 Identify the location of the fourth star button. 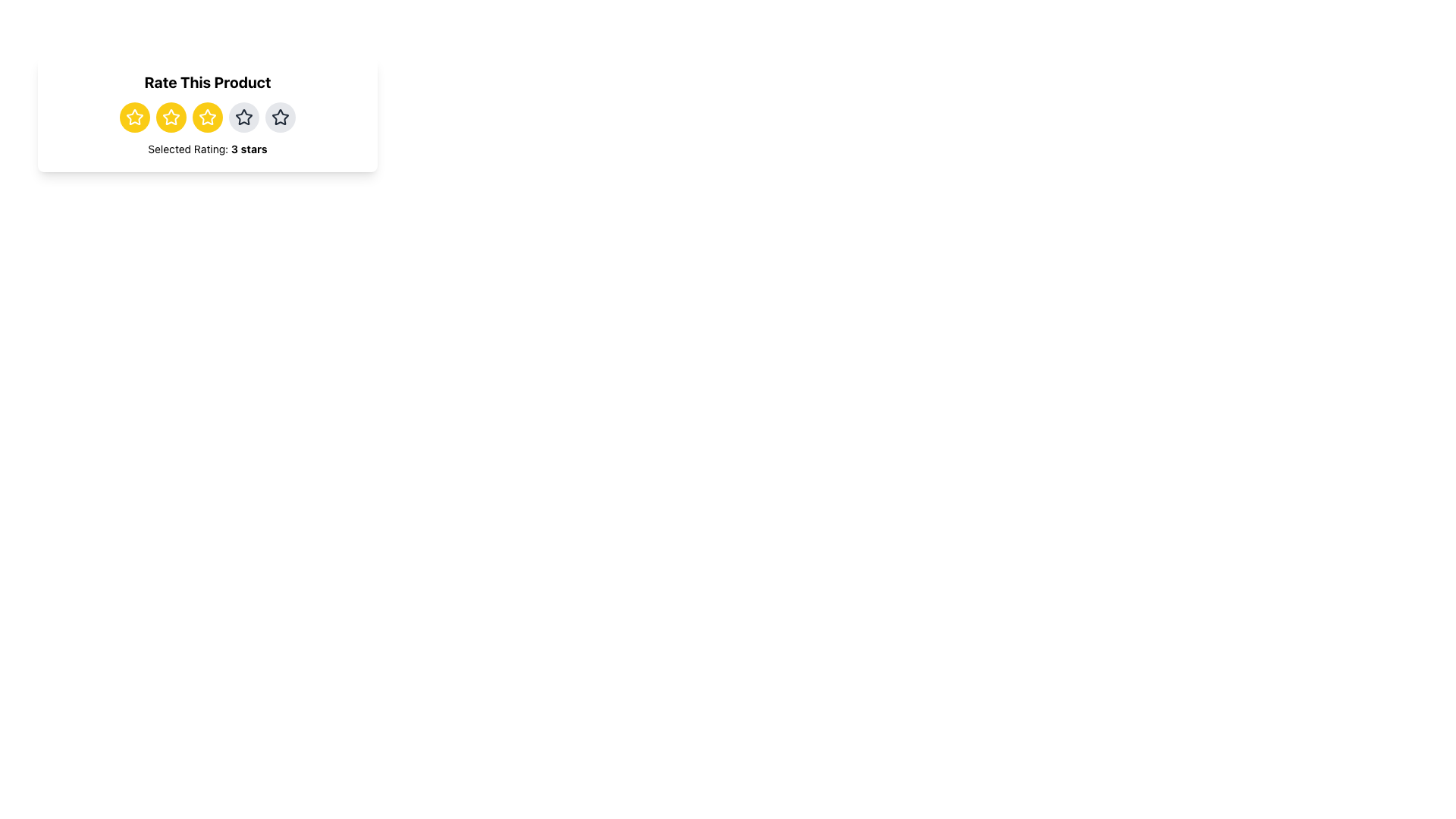
(243, 116).